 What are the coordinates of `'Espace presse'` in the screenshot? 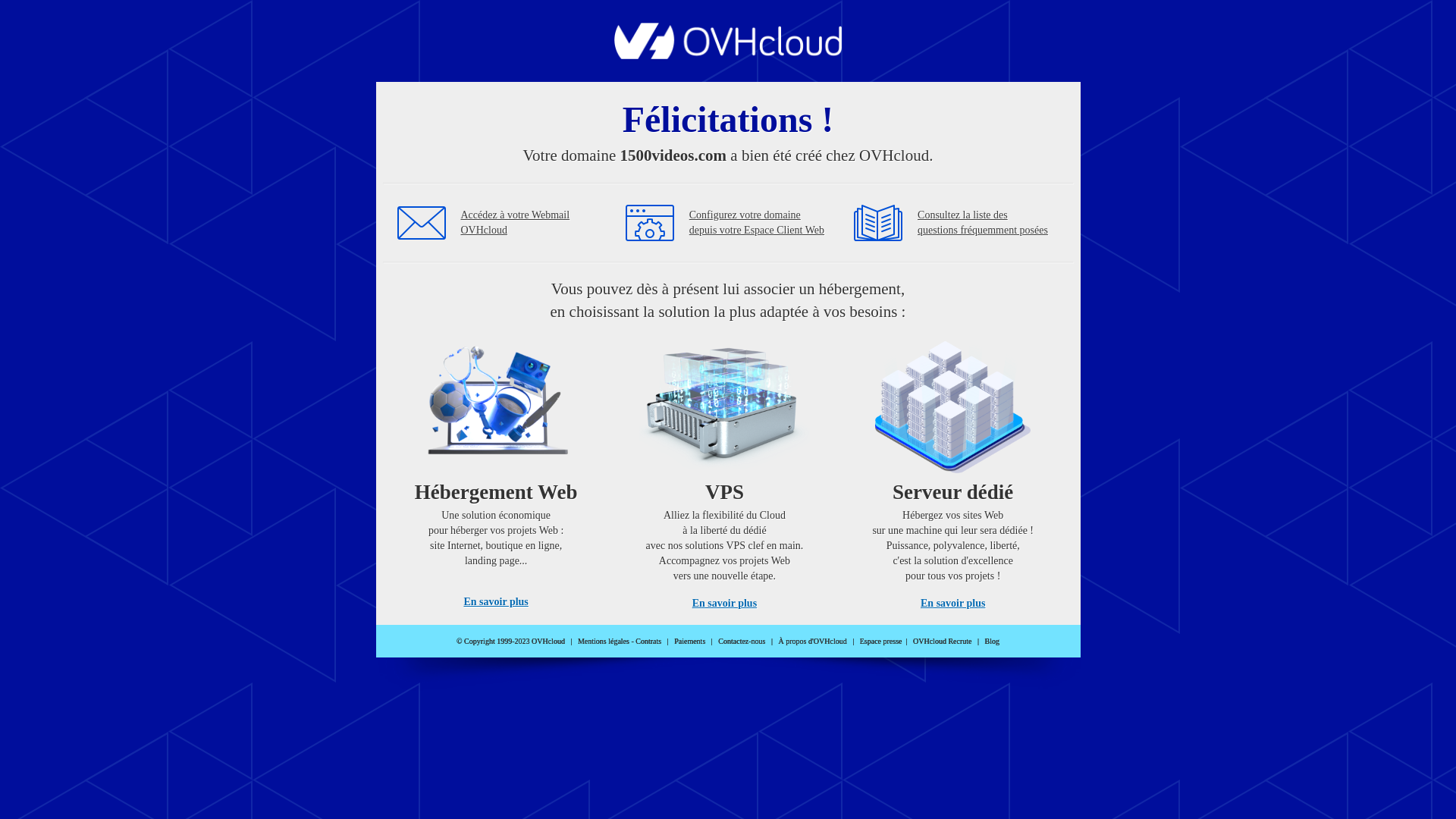 It's located at (880, 641).